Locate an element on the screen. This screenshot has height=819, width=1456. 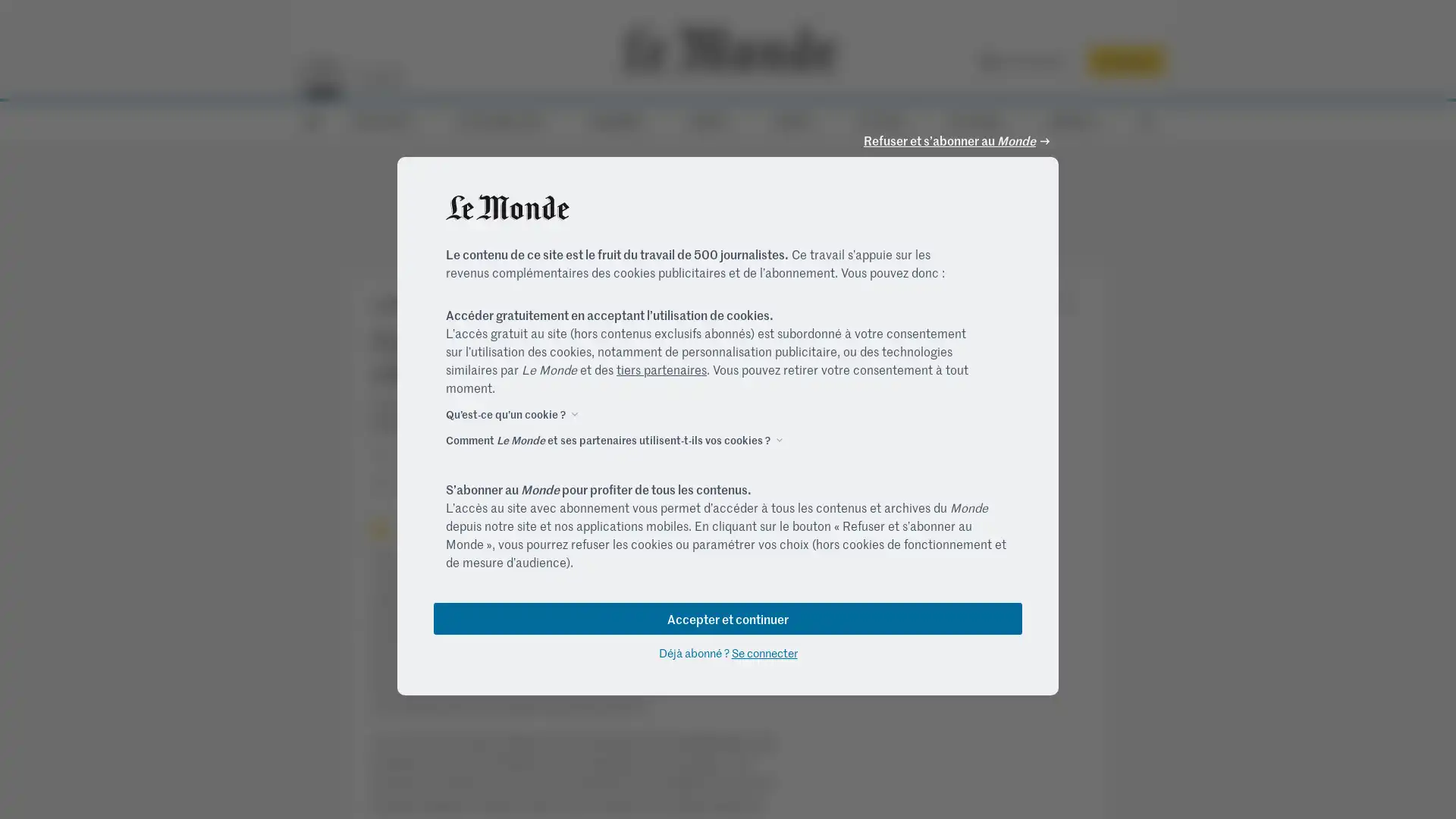
Partage desactive is located at coordinates (1063, 301).